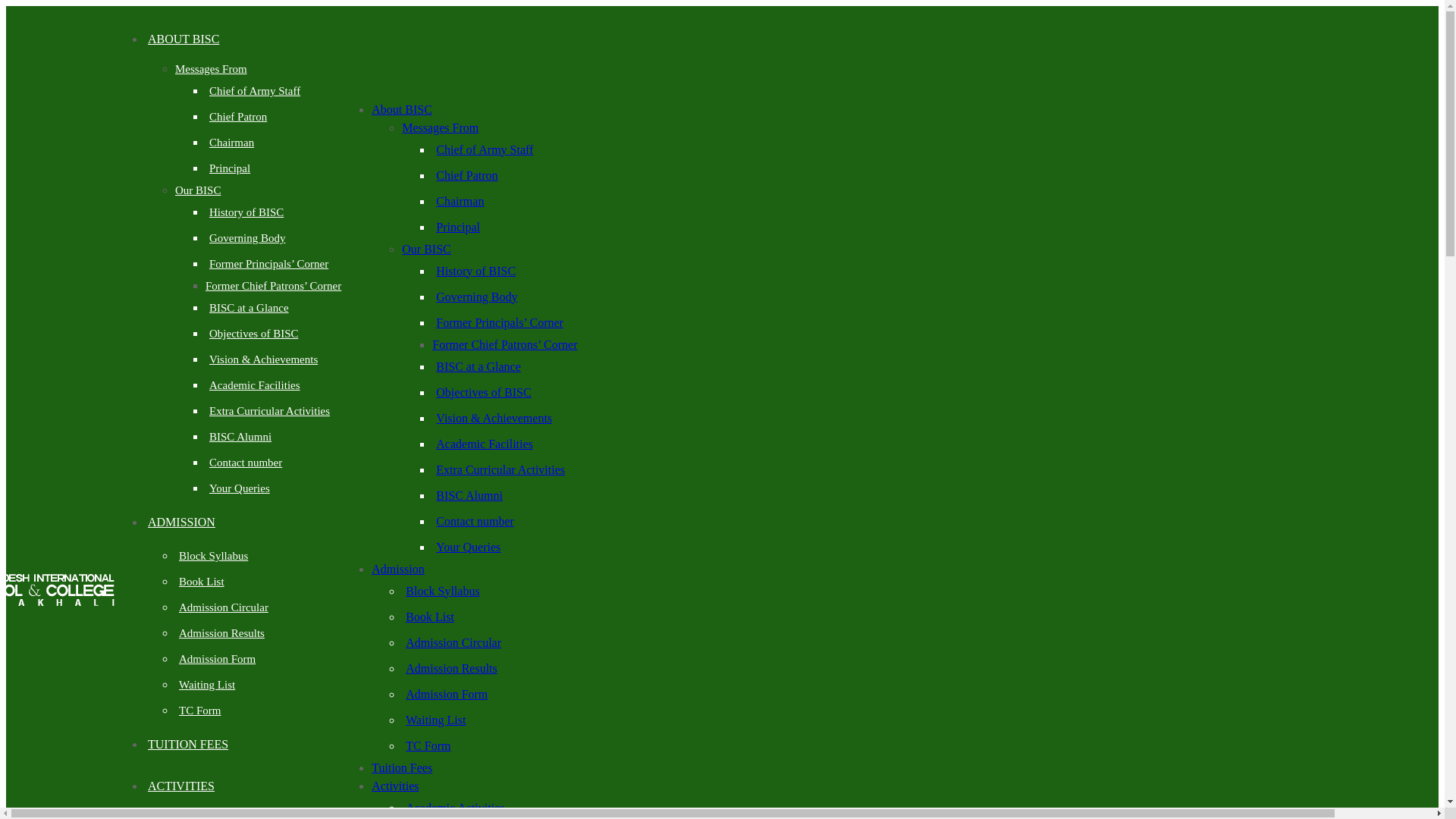 The width and height of the screenshot is (1456, 819). What do you see at coordinates (178, 581) in the screenshot?
I see `'Book List'` at bounding box center [178, 581].